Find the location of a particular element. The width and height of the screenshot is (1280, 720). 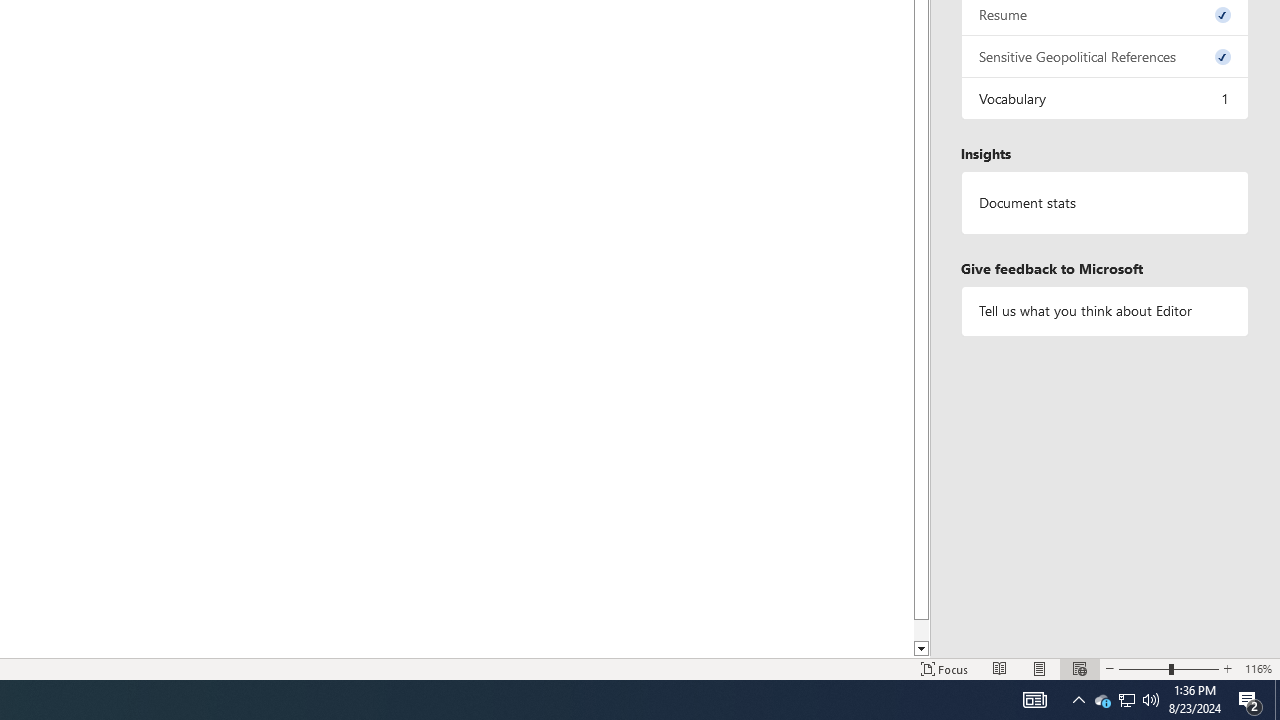

'Vocabulary, 1 issue. Press space or enter to review items.' is located at coordinates (1104, 98).